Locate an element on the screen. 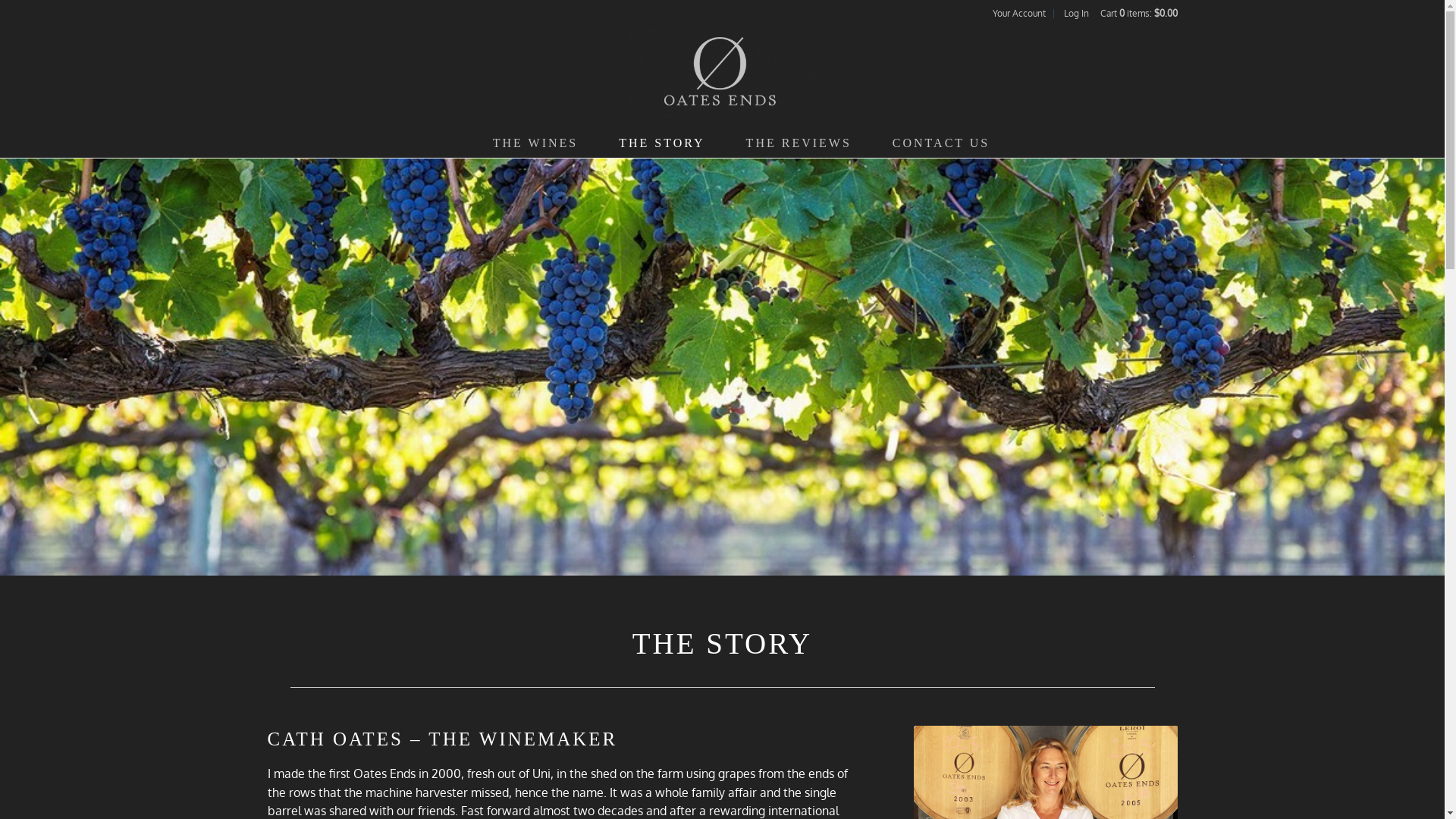 The image size is (1456, 819). 'THE REVIEWS' is located at coordinates (798, 143).